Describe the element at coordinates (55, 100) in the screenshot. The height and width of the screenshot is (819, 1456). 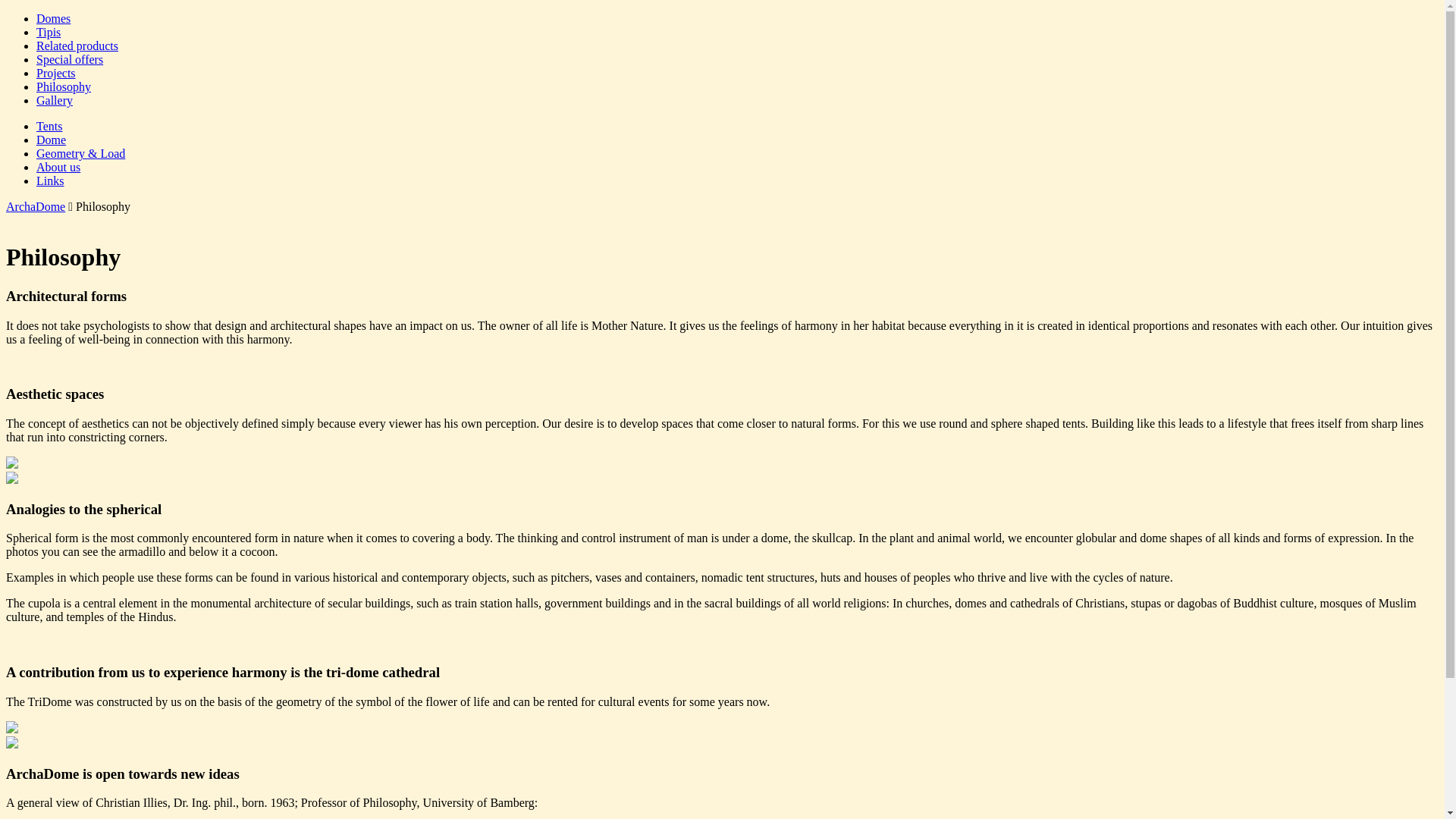
I see `'Gallery'` at that location.